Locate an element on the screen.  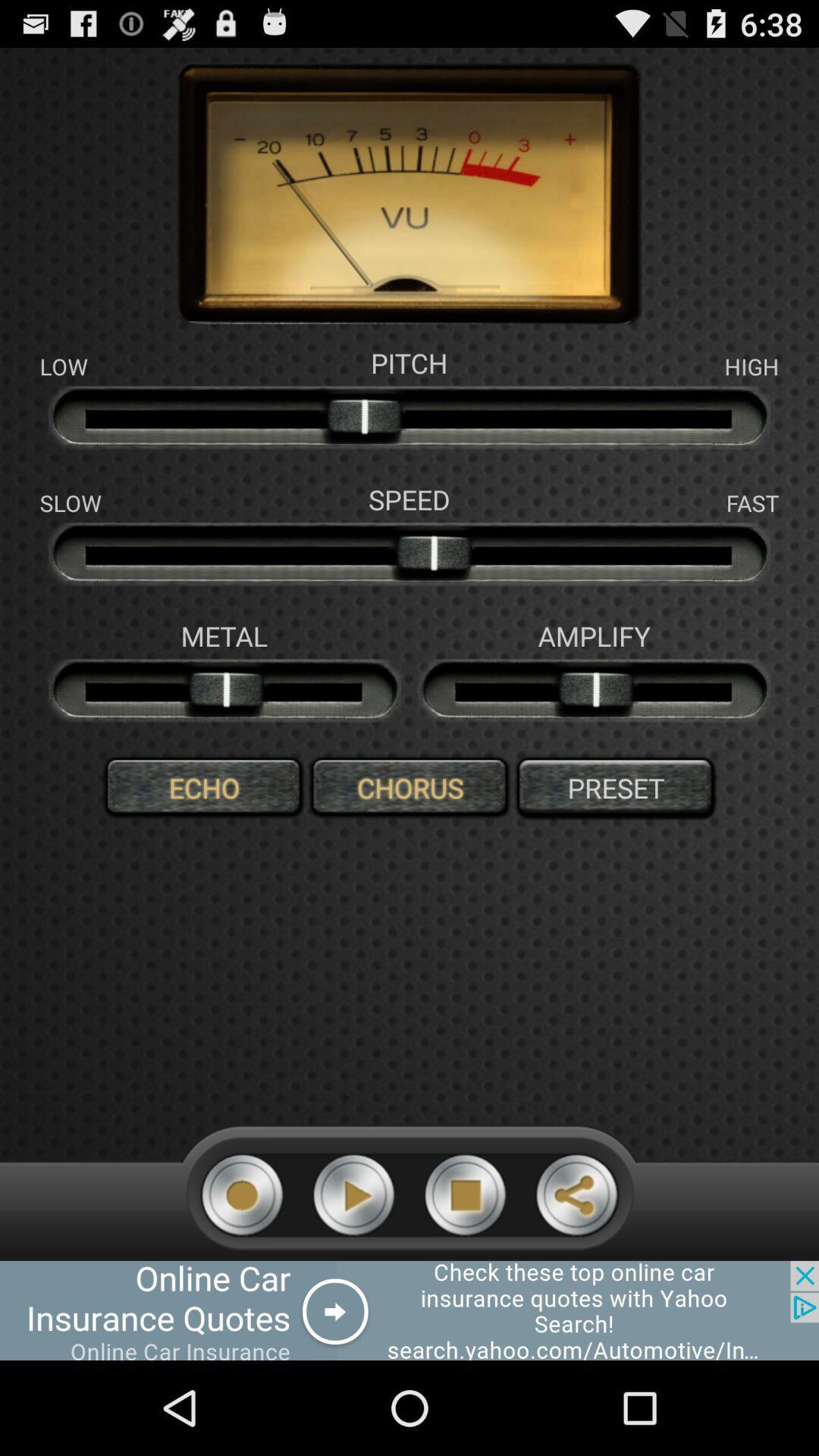
record microphone is located at coordinates (241, 1194).